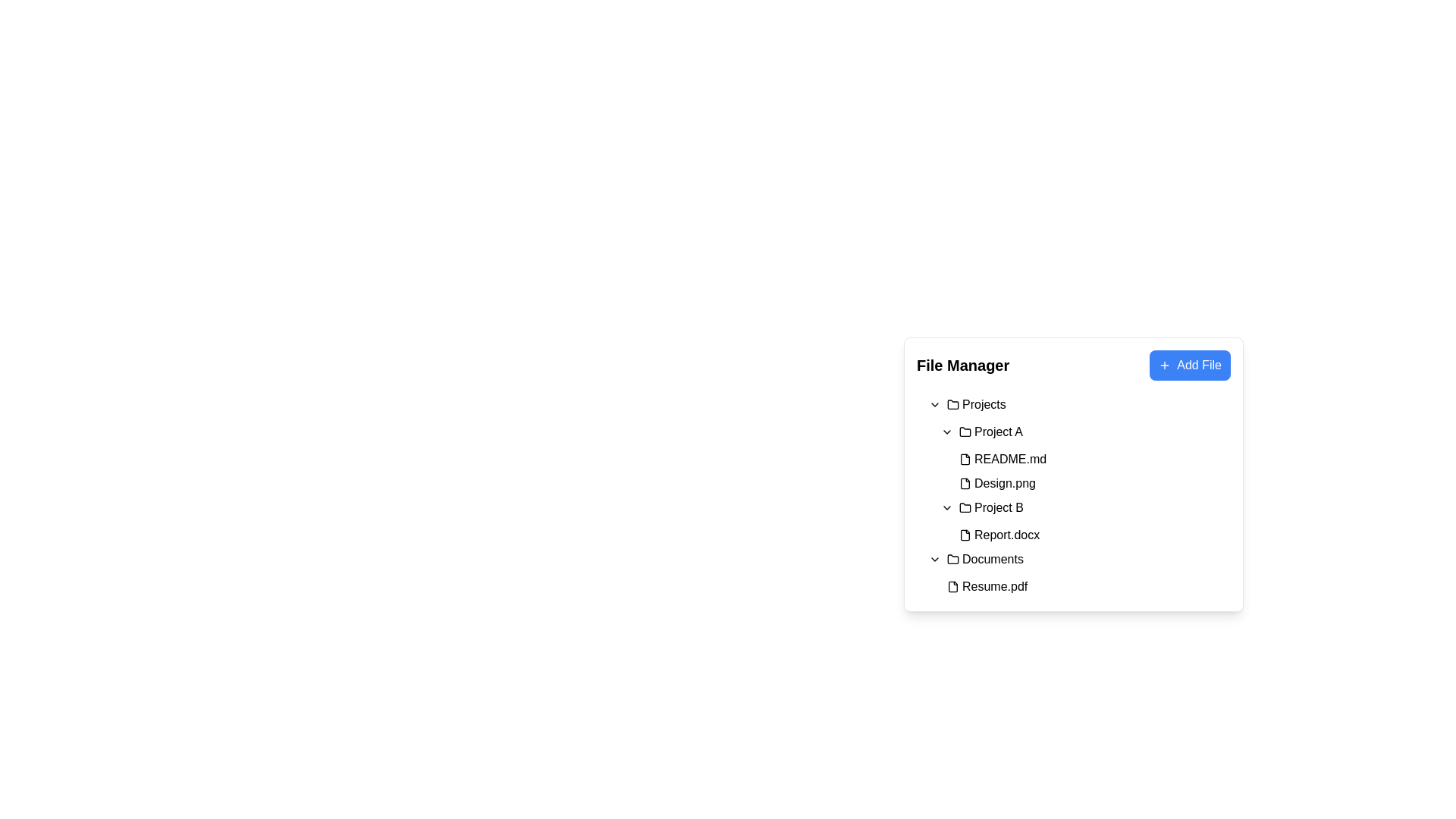  I want to click on the highlighted text 'Project B', so click(990, 508).